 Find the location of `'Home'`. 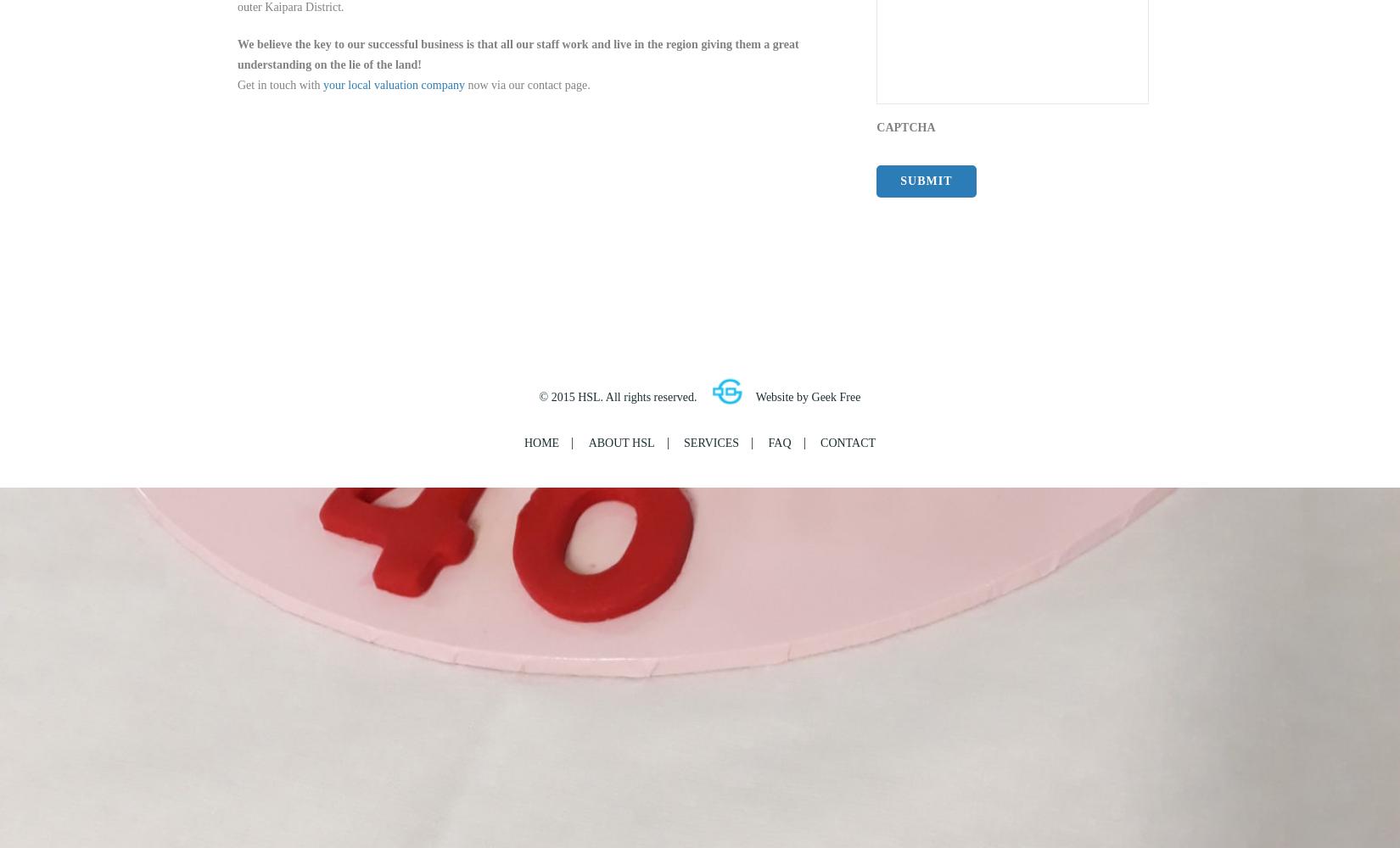

'Home' is located at coordinates (540, 442).